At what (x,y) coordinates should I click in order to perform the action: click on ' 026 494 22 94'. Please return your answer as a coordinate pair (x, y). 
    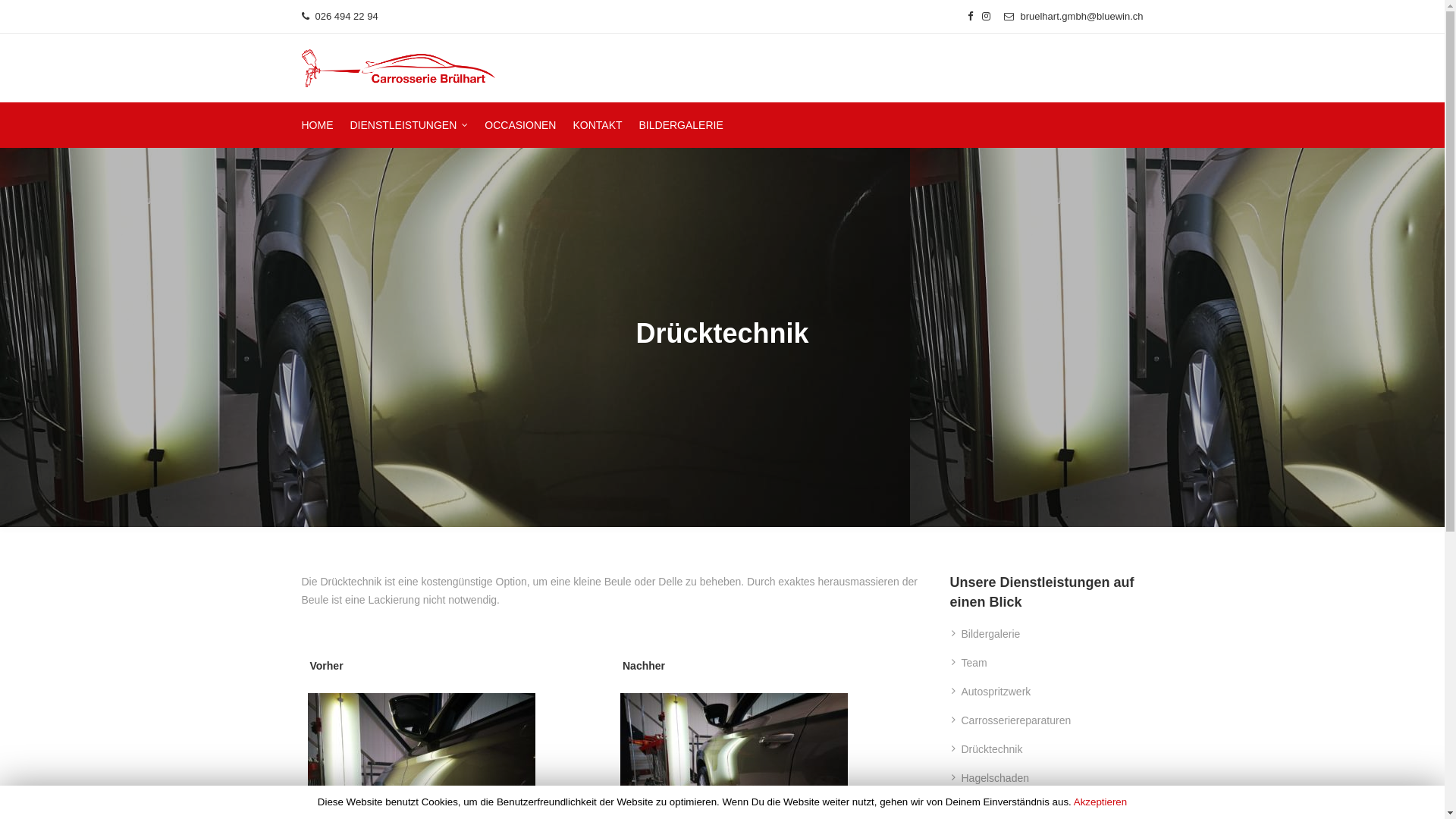
    Looking at the image, I should click on (339, 16).